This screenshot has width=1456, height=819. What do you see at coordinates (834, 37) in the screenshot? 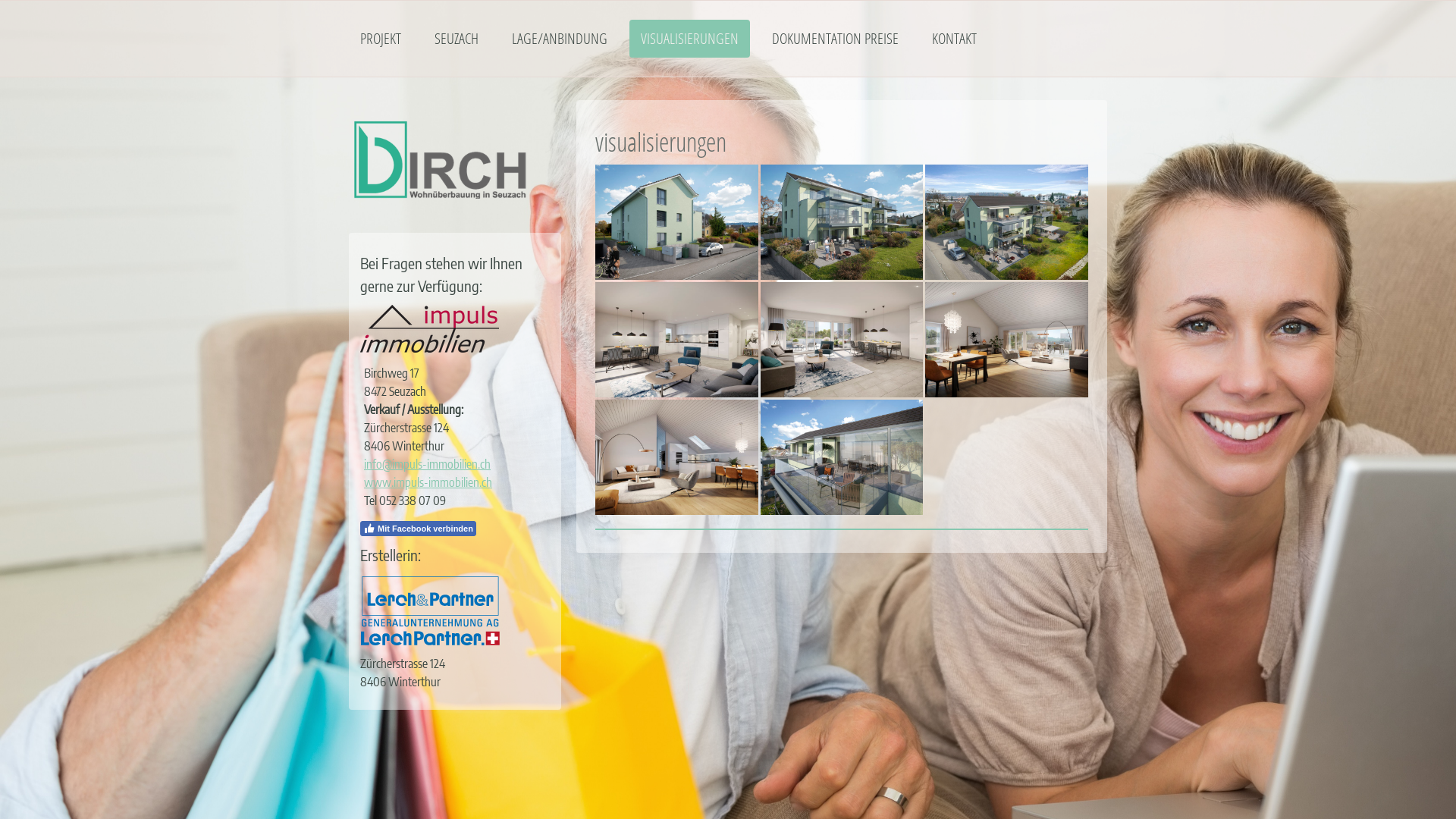
I see `'DOKUMENTATION PREISE'` at bounding box center [834, 37].